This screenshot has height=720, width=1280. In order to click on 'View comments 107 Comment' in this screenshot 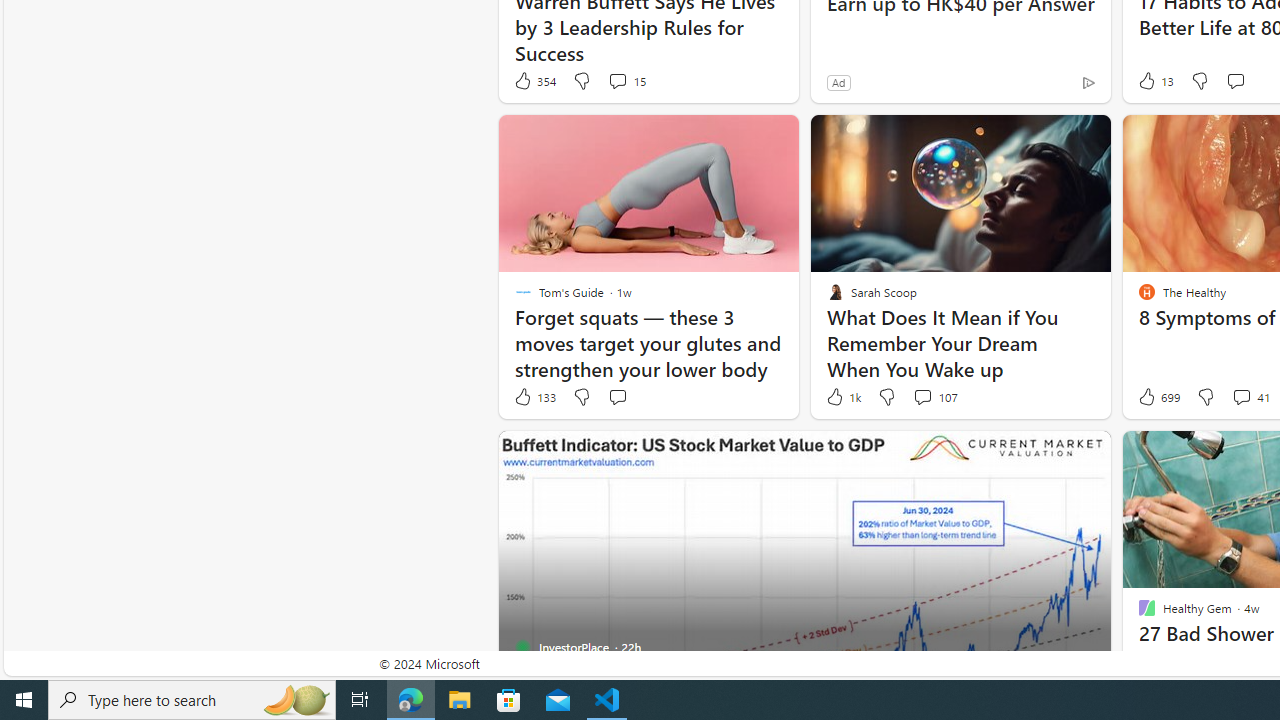, I will do `click(921, 397)`.